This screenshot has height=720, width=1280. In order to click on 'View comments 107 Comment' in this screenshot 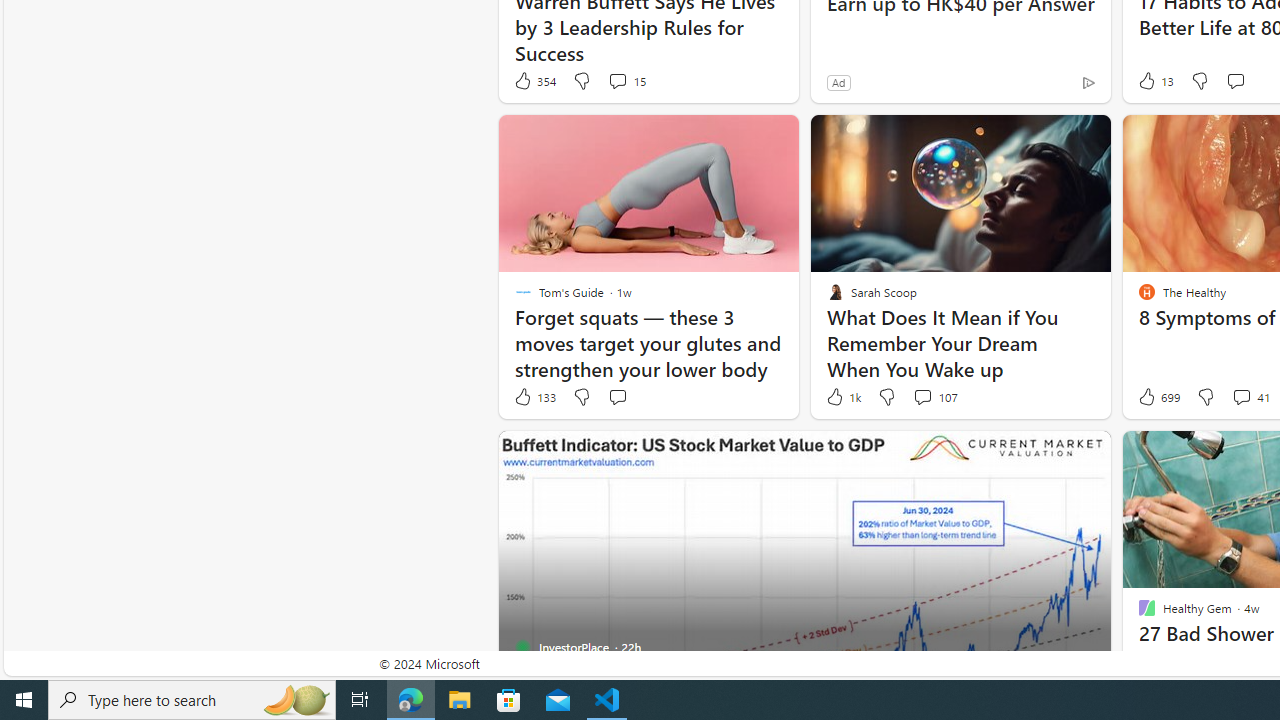, I will do `click(921, 397)`.